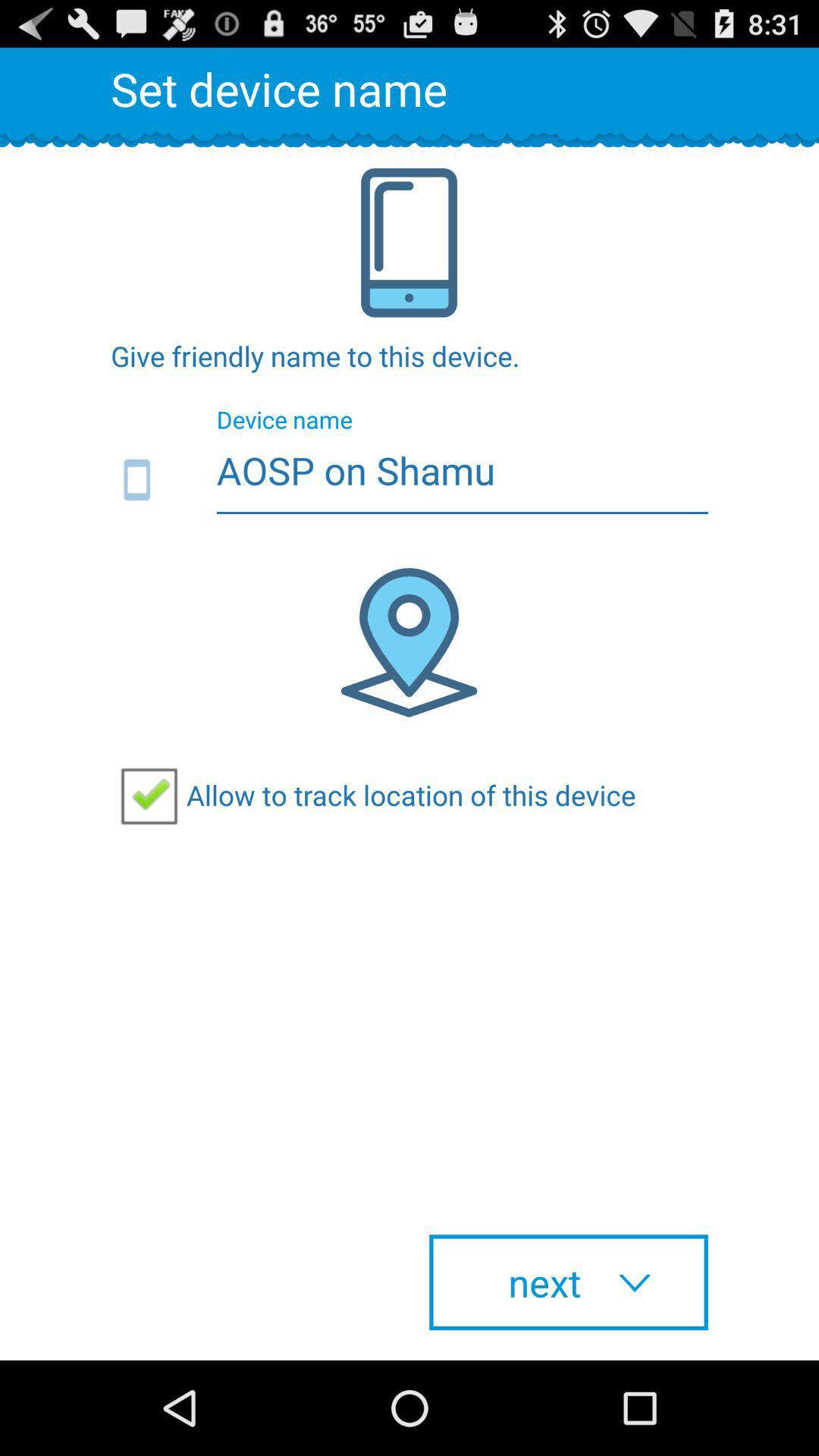  Describe the element at coordinates (568, 1282) in the screenshot. I see `next at the bottom right corner` at that location.